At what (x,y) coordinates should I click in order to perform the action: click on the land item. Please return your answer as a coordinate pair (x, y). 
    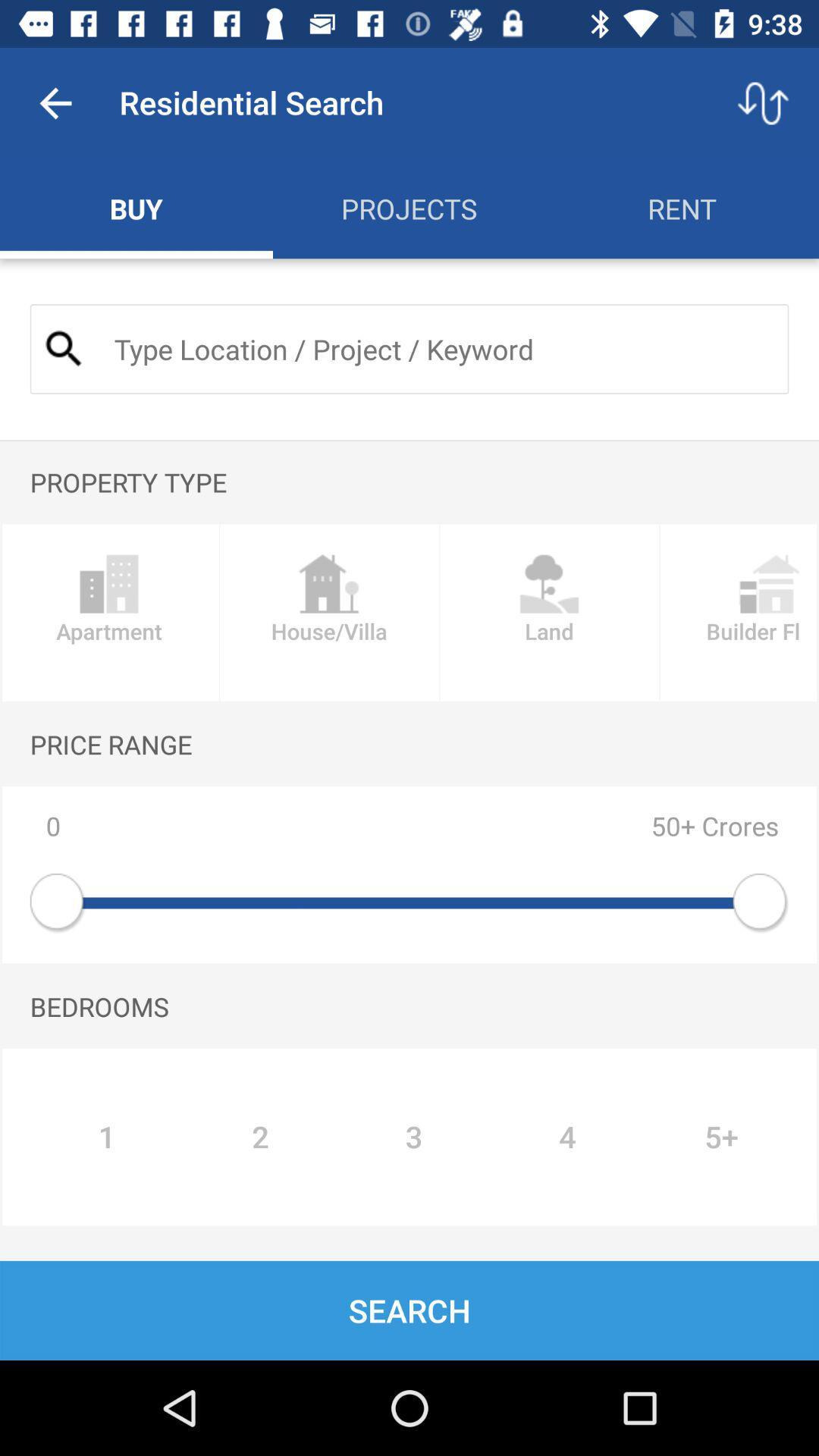
    Looking at the image, I should click on (549, 613).